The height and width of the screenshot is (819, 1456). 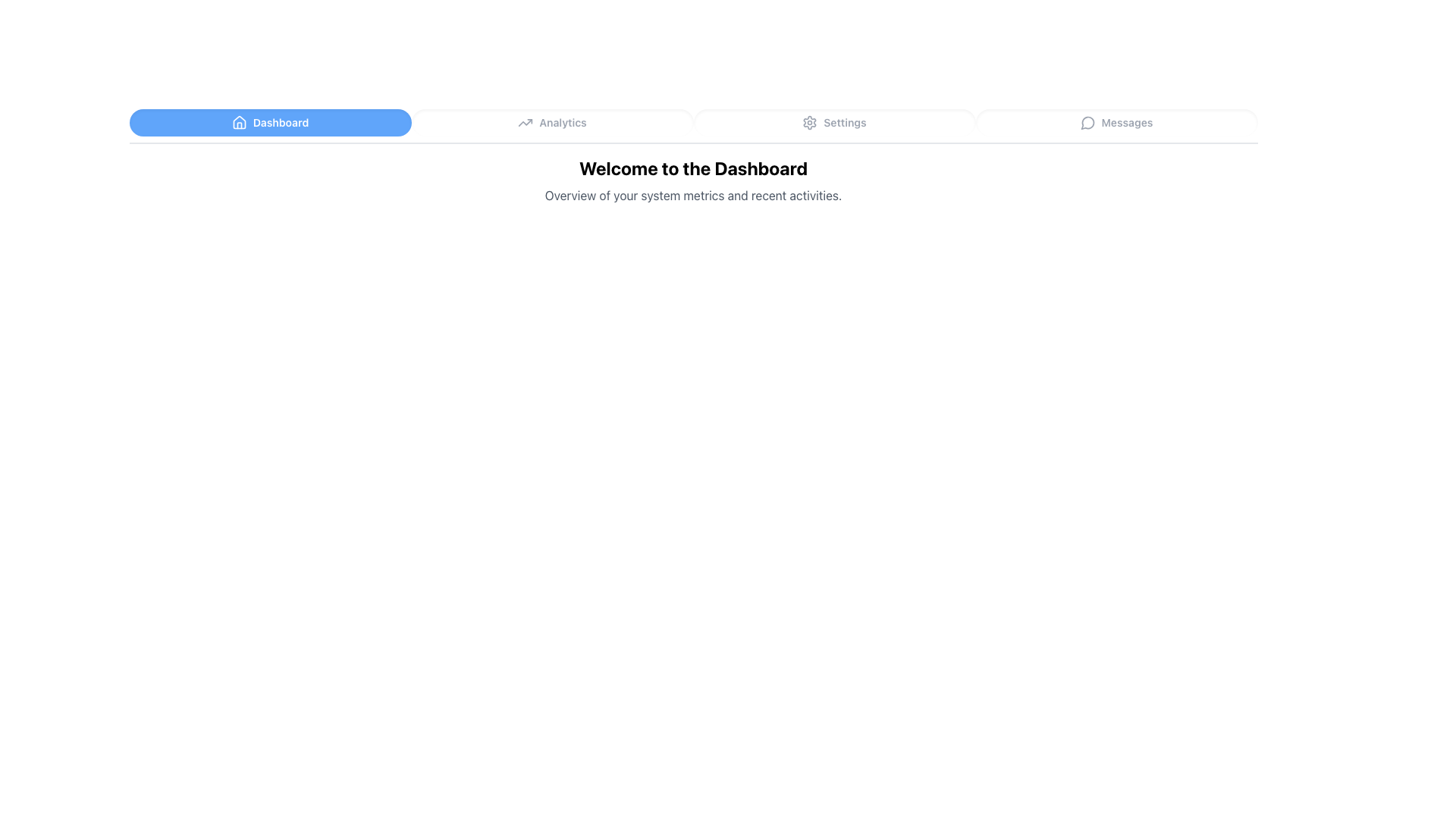 I want to click on the meaning of the text label for the navigation button located, so click(x=1127, y=122).